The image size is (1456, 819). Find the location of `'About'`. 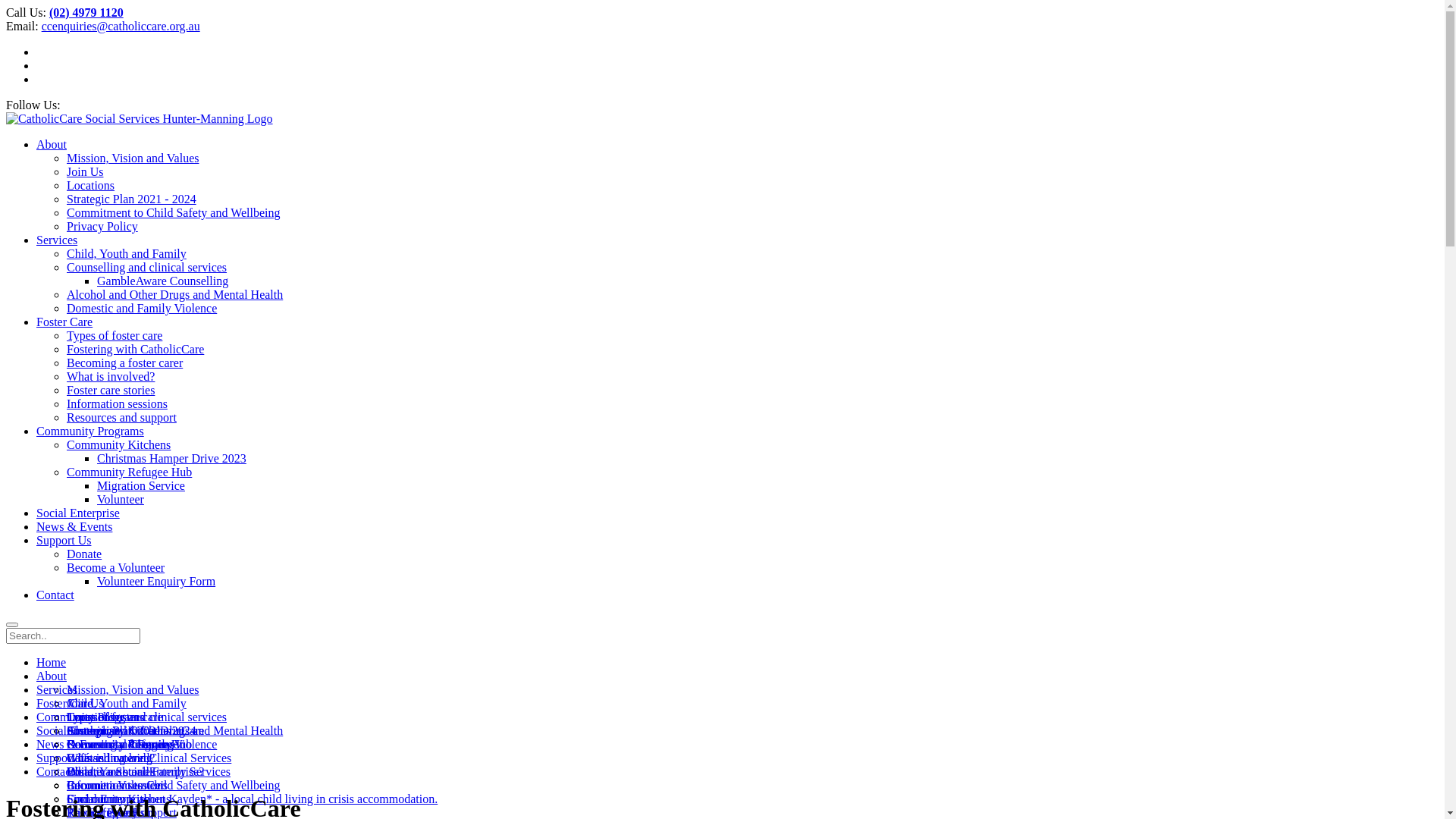

'About' is located at coordinates (36, 675).